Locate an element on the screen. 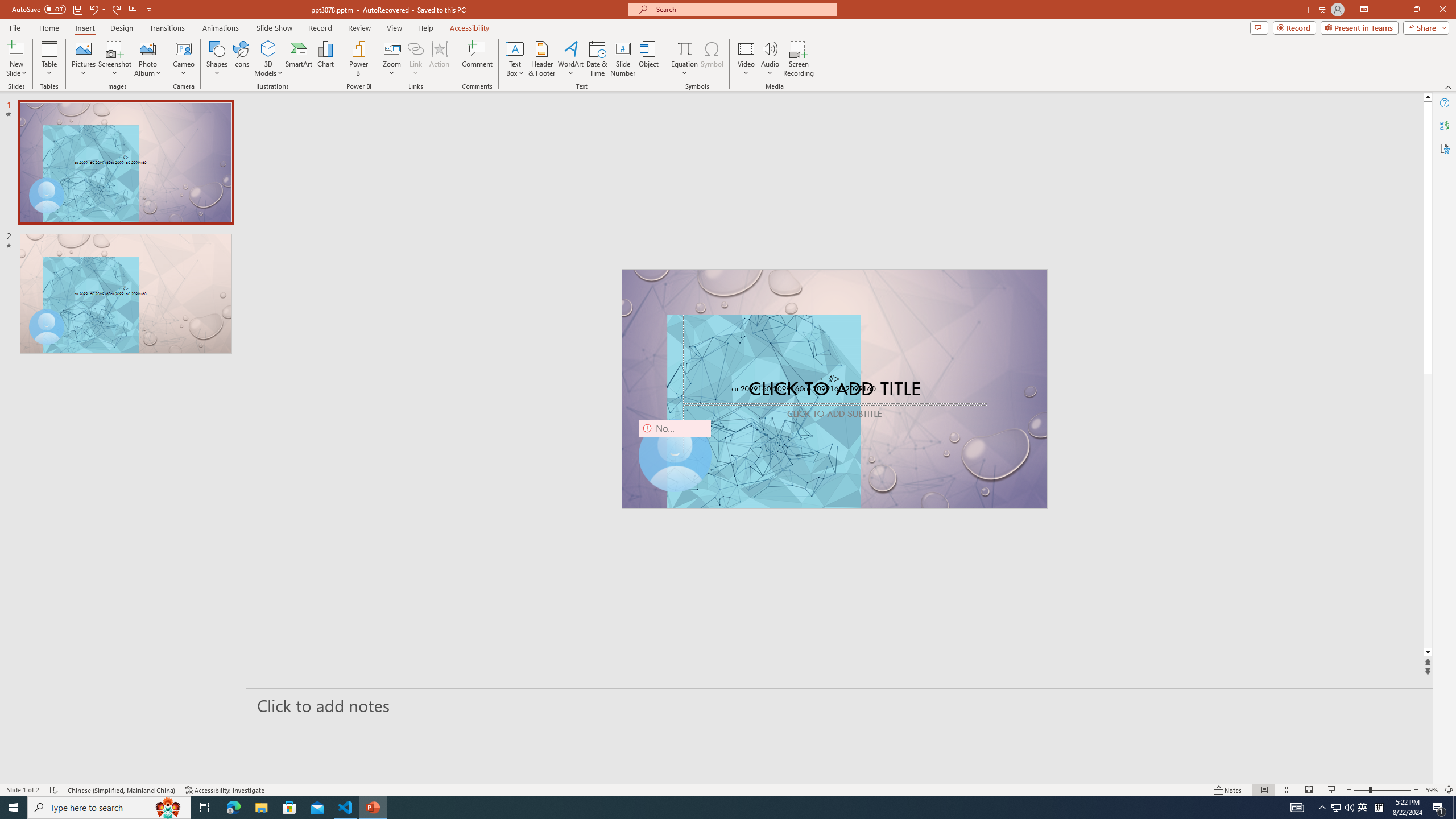  'Subtitle TextBox' is located at coordinates (834, 428).